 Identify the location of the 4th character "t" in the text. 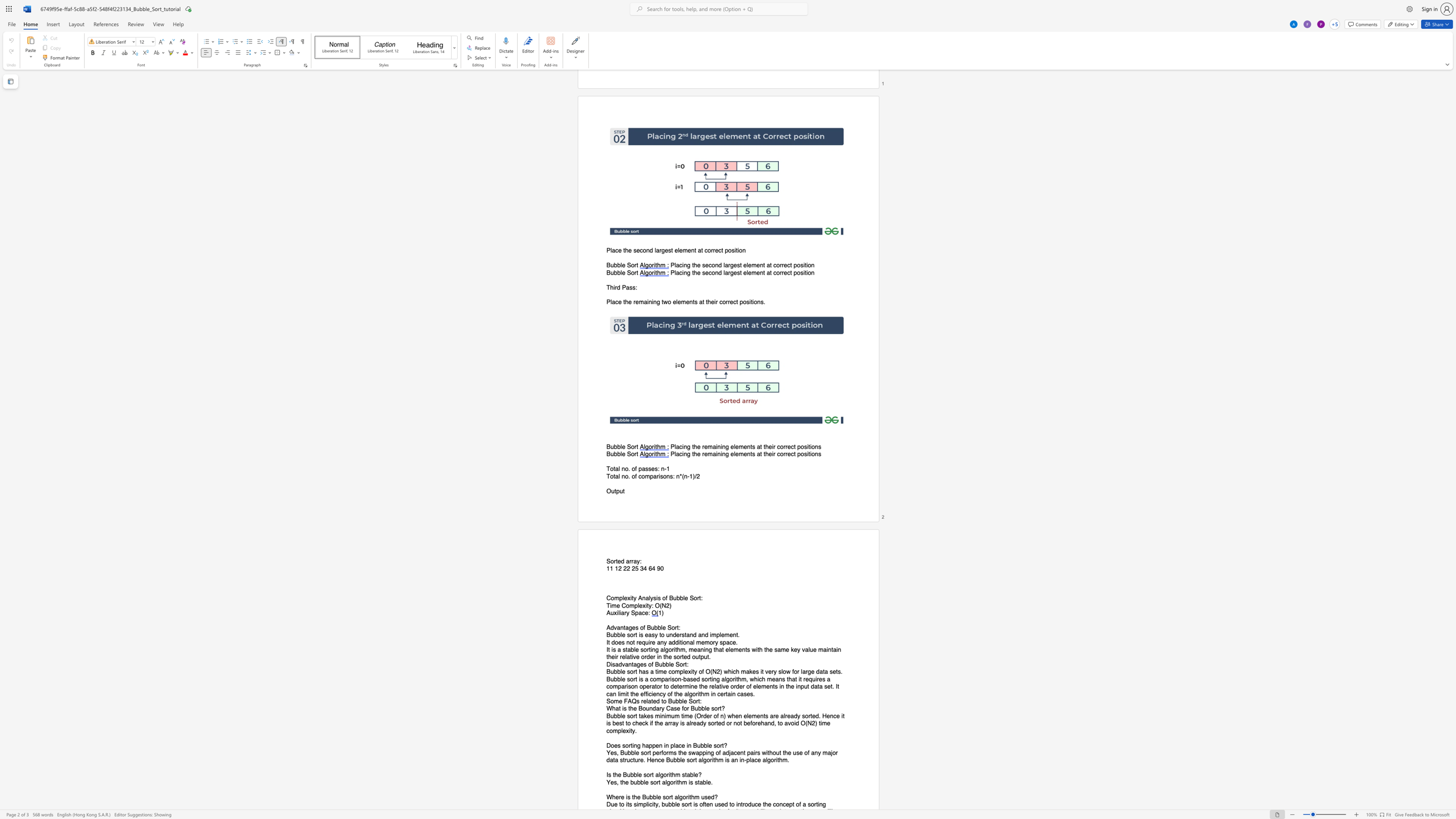
(697, 782).